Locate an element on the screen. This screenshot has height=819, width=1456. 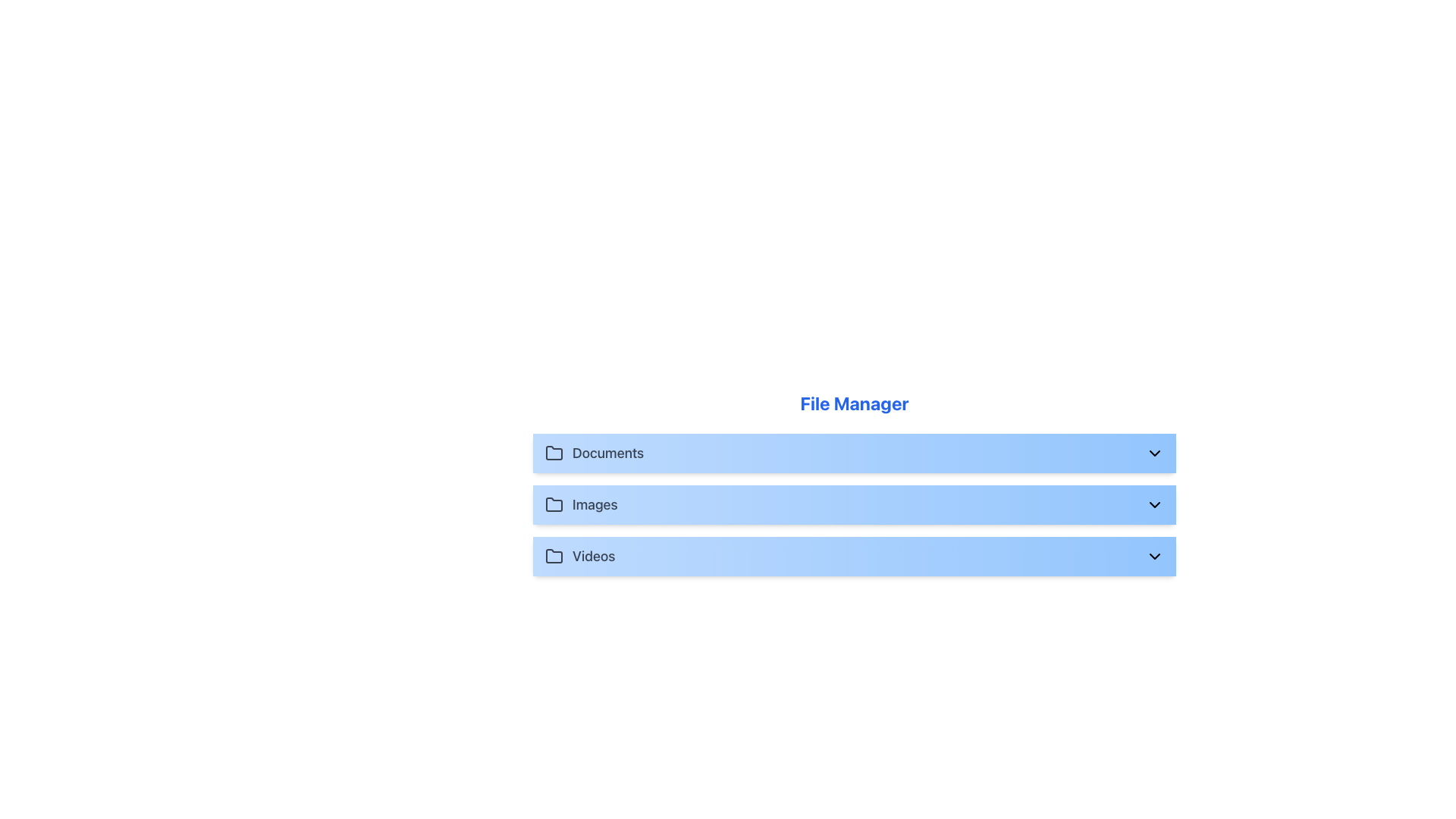
the Dropdown indicator icon located at the far right side of the 'Documents' section header is located at coordinates (1153, 452).